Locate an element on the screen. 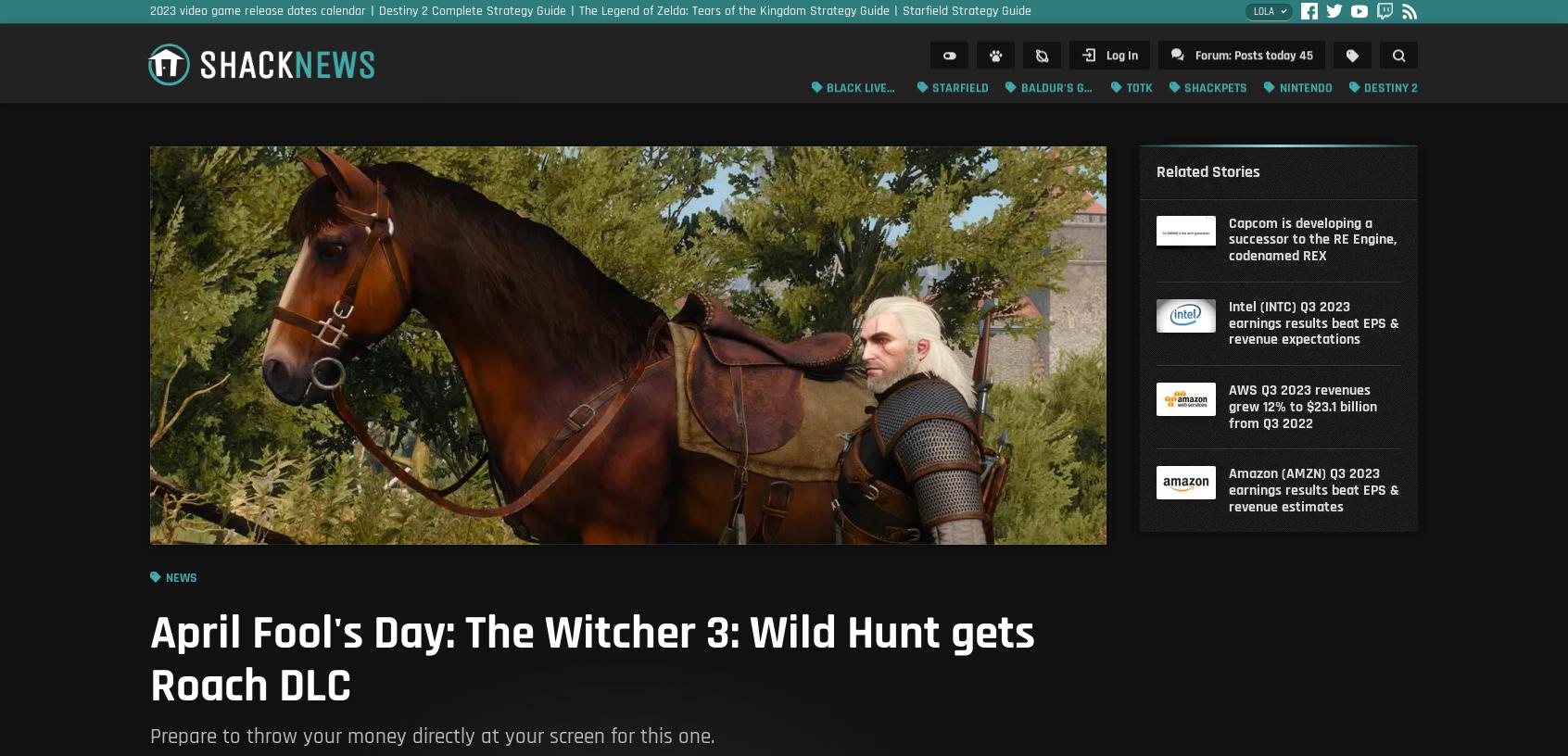  'April Fool's Day: The Witcher 3: Wild Hunt gets Roach DLC' is located at coordinates (592, 660).